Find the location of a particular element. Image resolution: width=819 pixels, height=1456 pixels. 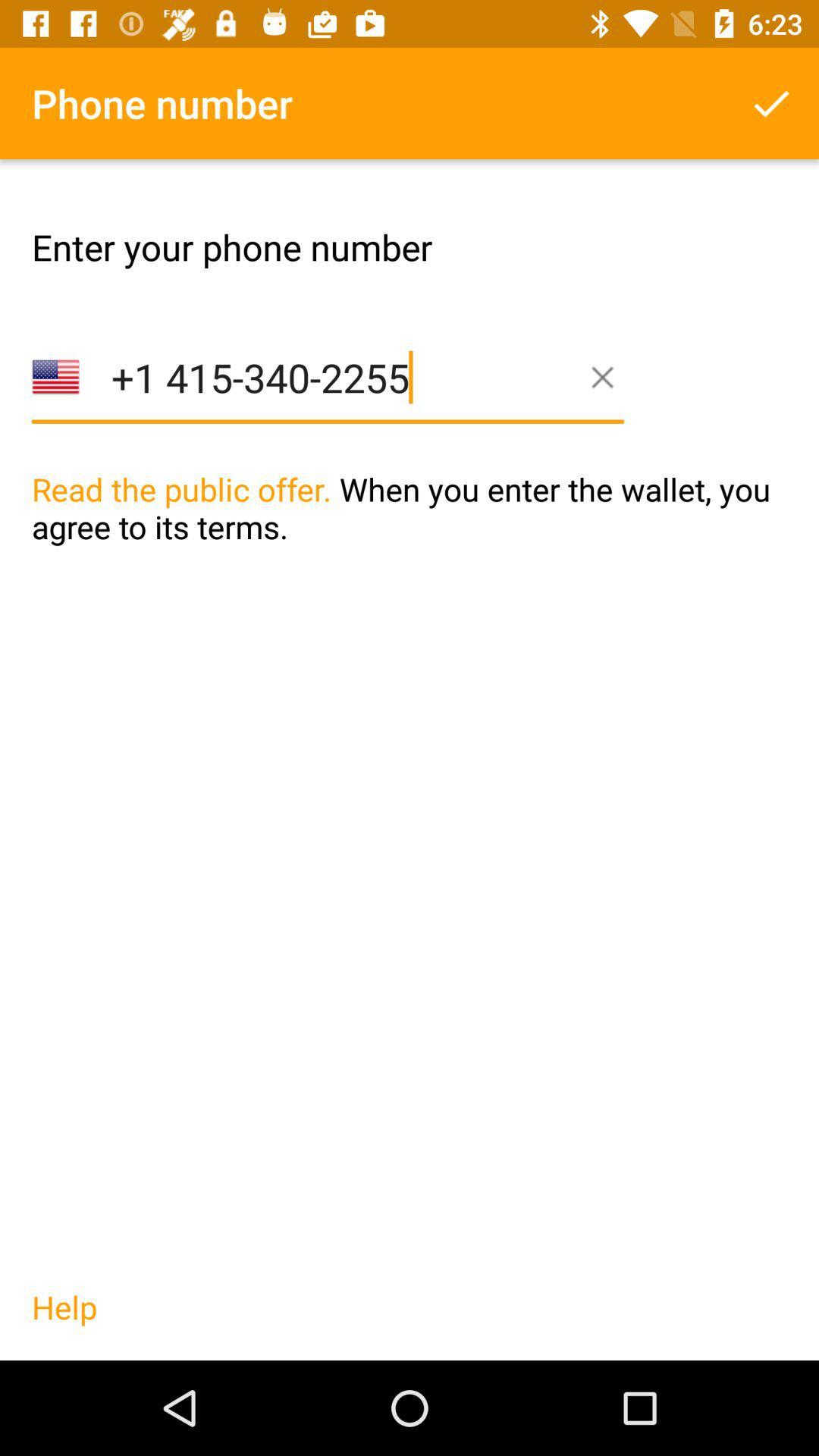

icon below the enter your phone is located at coordinates (327, 401).